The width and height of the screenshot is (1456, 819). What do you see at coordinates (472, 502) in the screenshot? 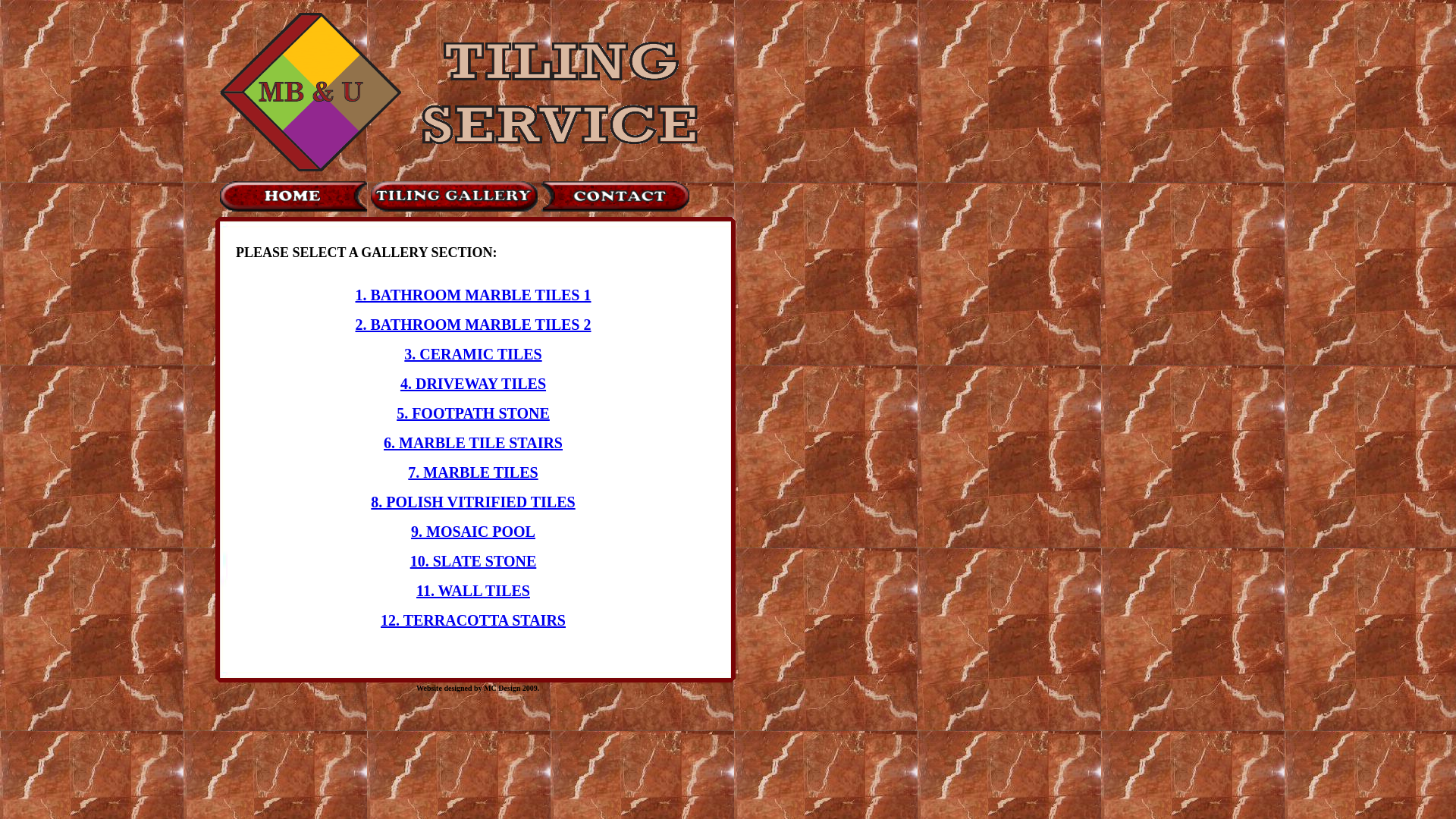
I see `'8. POLISH VITRIFIED TILES'` at bounding box center [472, 502].